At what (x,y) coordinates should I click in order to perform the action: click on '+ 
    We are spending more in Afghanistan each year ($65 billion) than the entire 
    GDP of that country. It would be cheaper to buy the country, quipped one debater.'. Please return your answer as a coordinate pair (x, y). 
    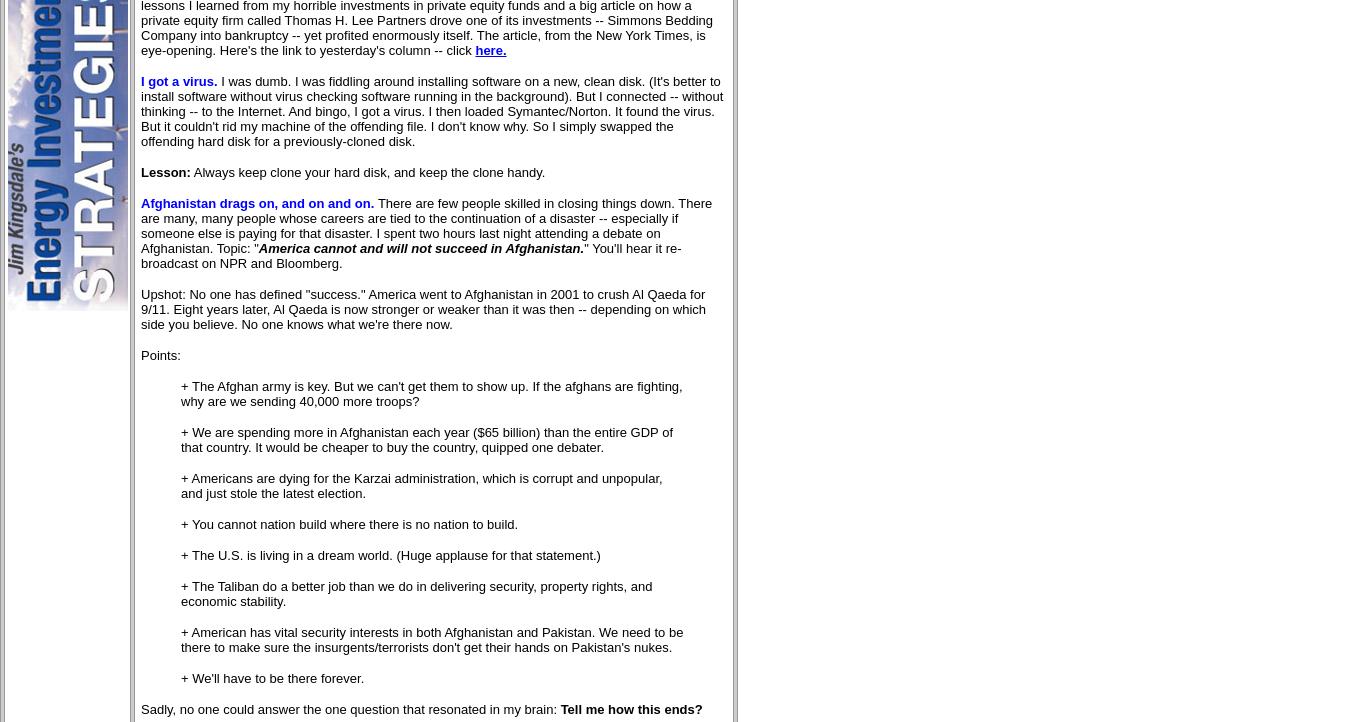
    Looking at the image, I should click on (427, 438).